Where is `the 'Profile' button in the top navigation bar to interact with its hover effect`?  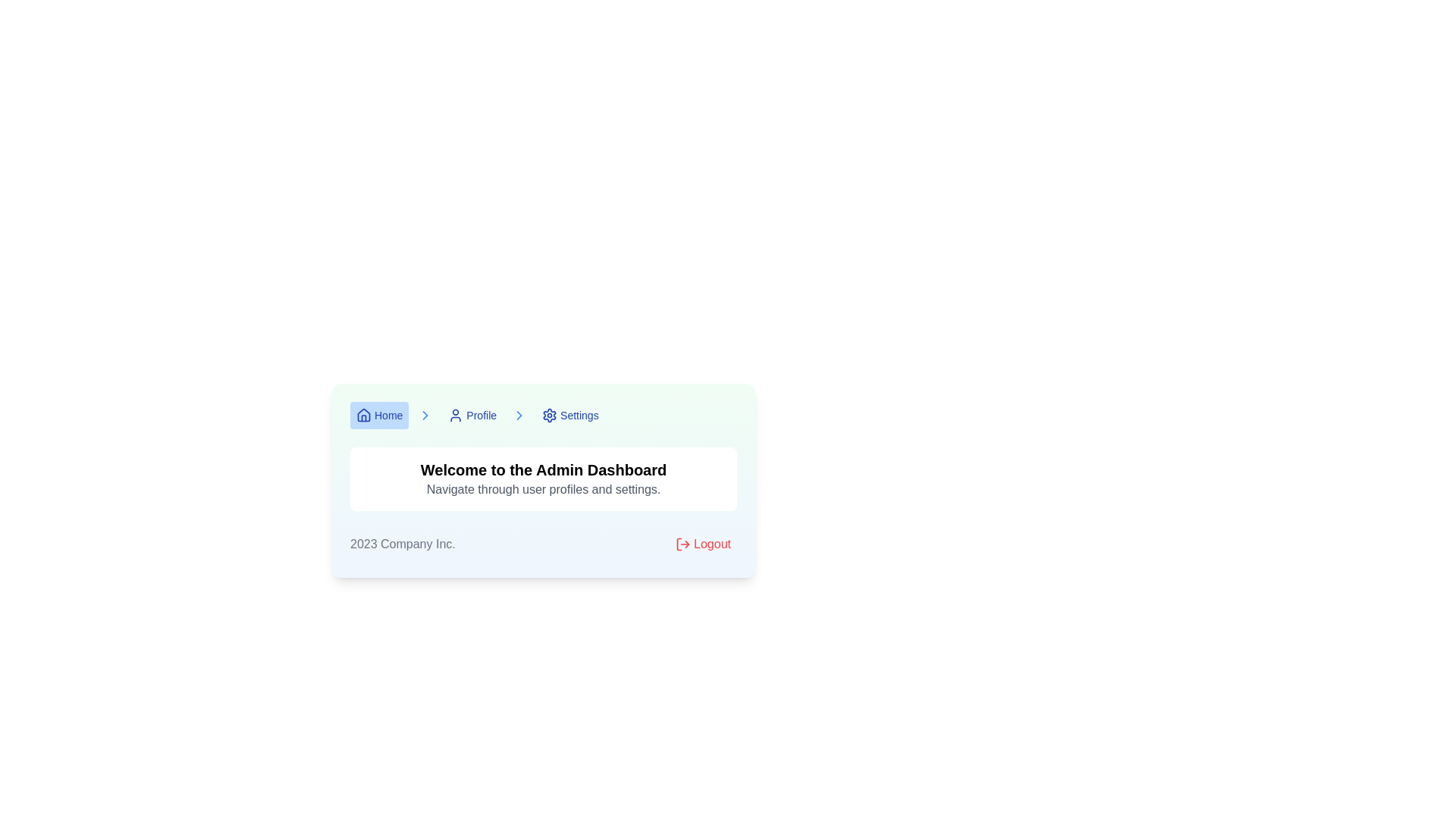
the 'Profile' button in the top navigation bar to interact with its hover effect is located at coordinates (472, 415).